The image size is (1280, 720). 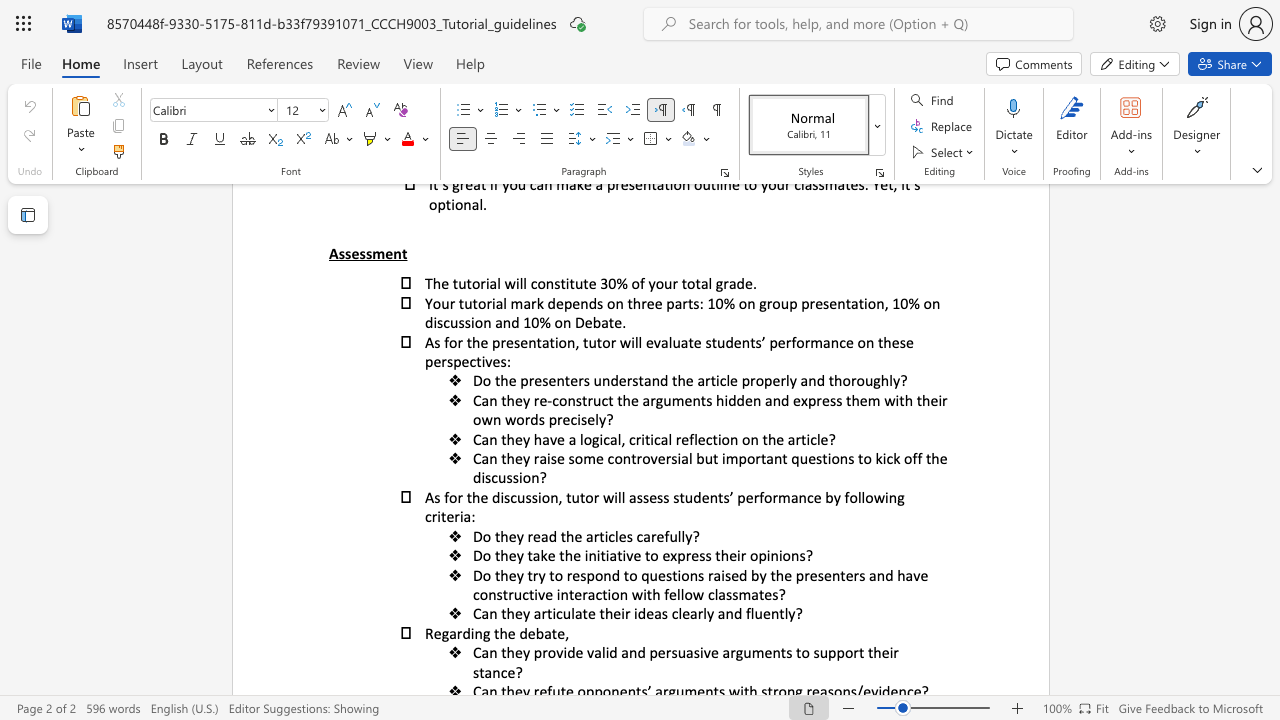 I want to click on the subset text "ey provide valid and persuasive arguments to" within the text "Can they provide valid and persuasive arguments to support their stance?", so click(x=514, y=652).